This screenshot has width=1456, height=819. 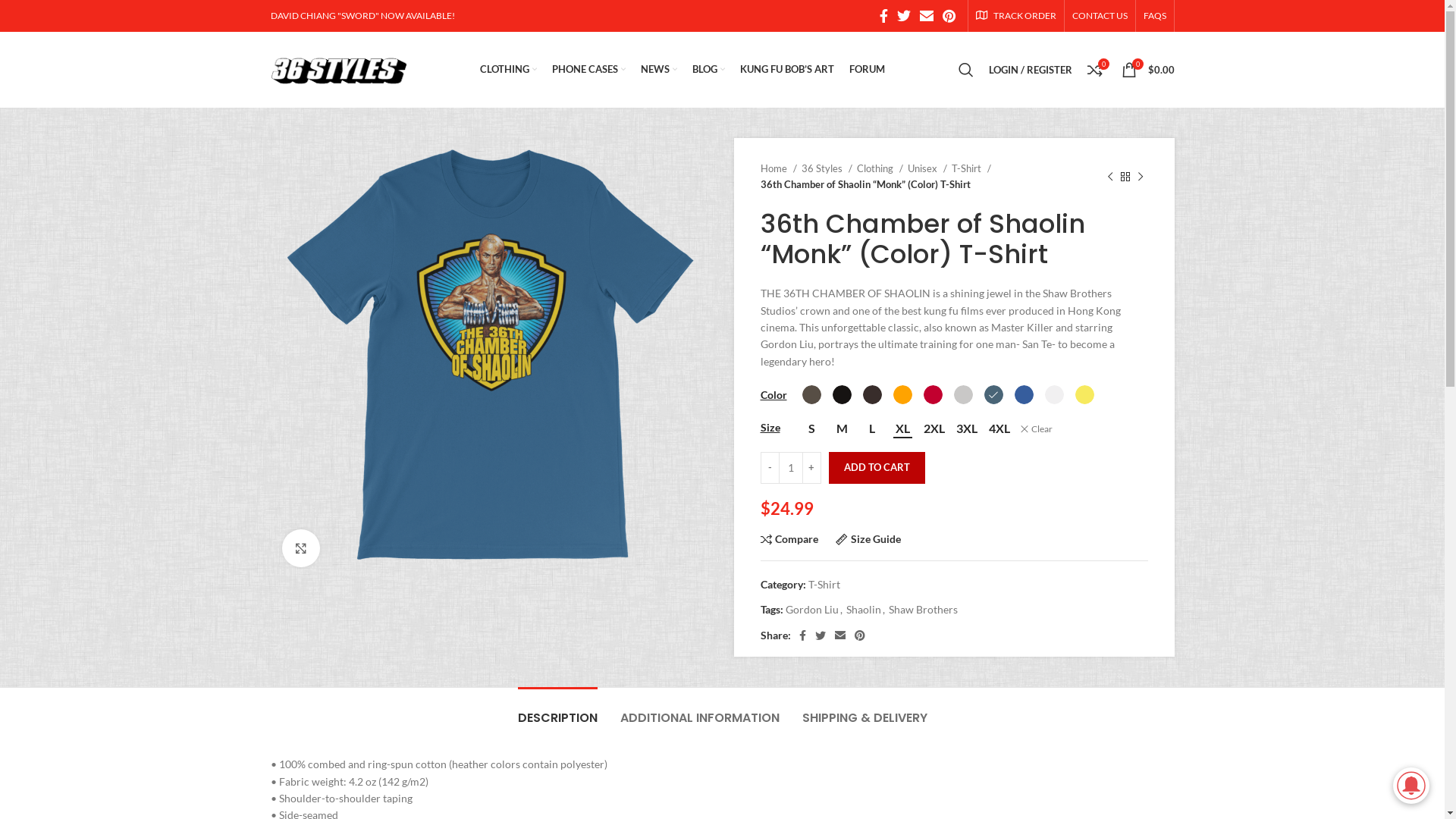 What do you see at coordinates (864, 710) in the screenshot?
I see `'SHIPPING & DELIVERY'` at bounding box center [864, 710].